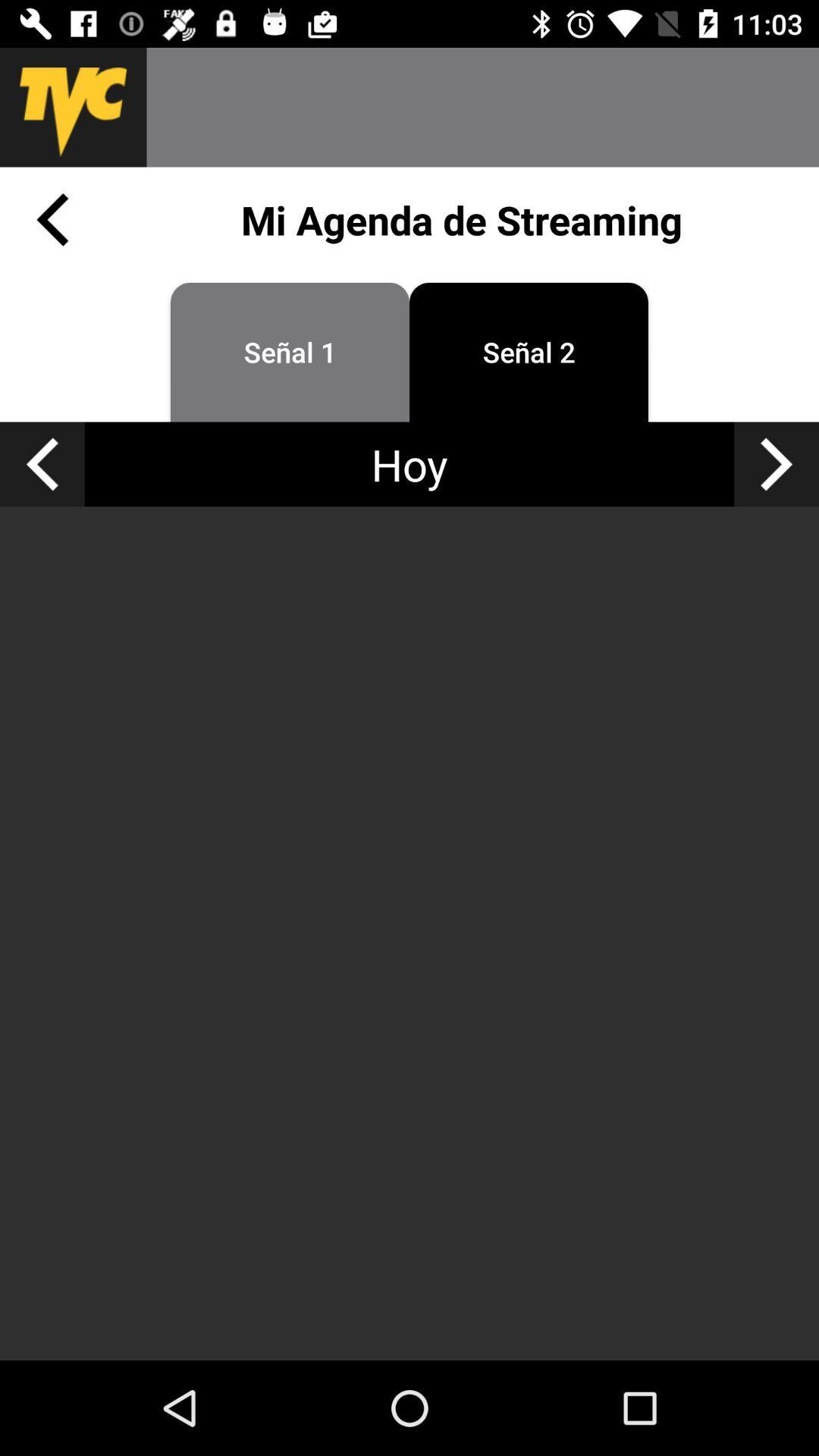  I want to click on icon next to hoy app, so click(777, 463).